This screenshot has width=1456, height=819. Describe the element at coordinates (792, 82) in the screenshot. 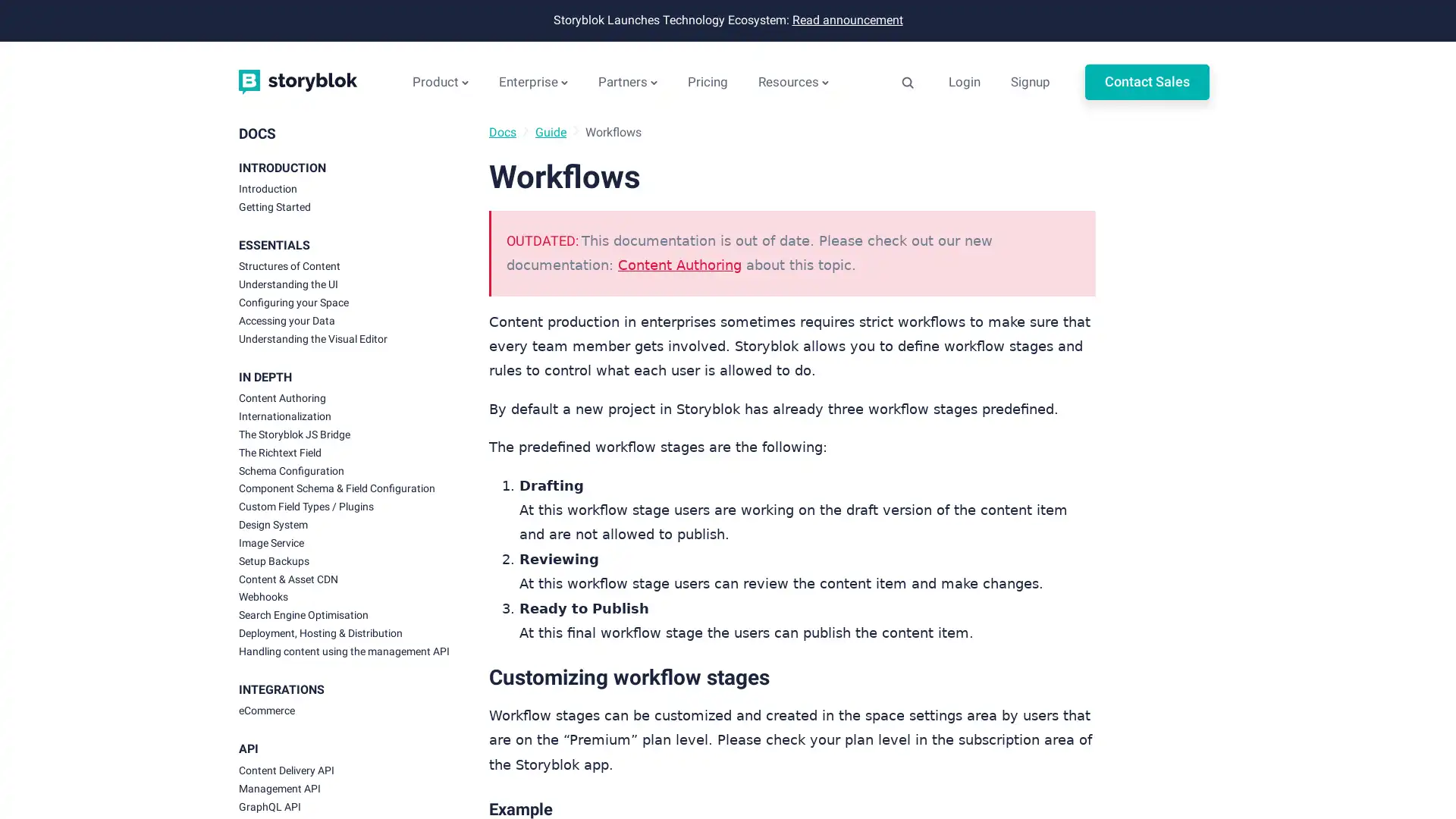

I see `Resources` at that location.